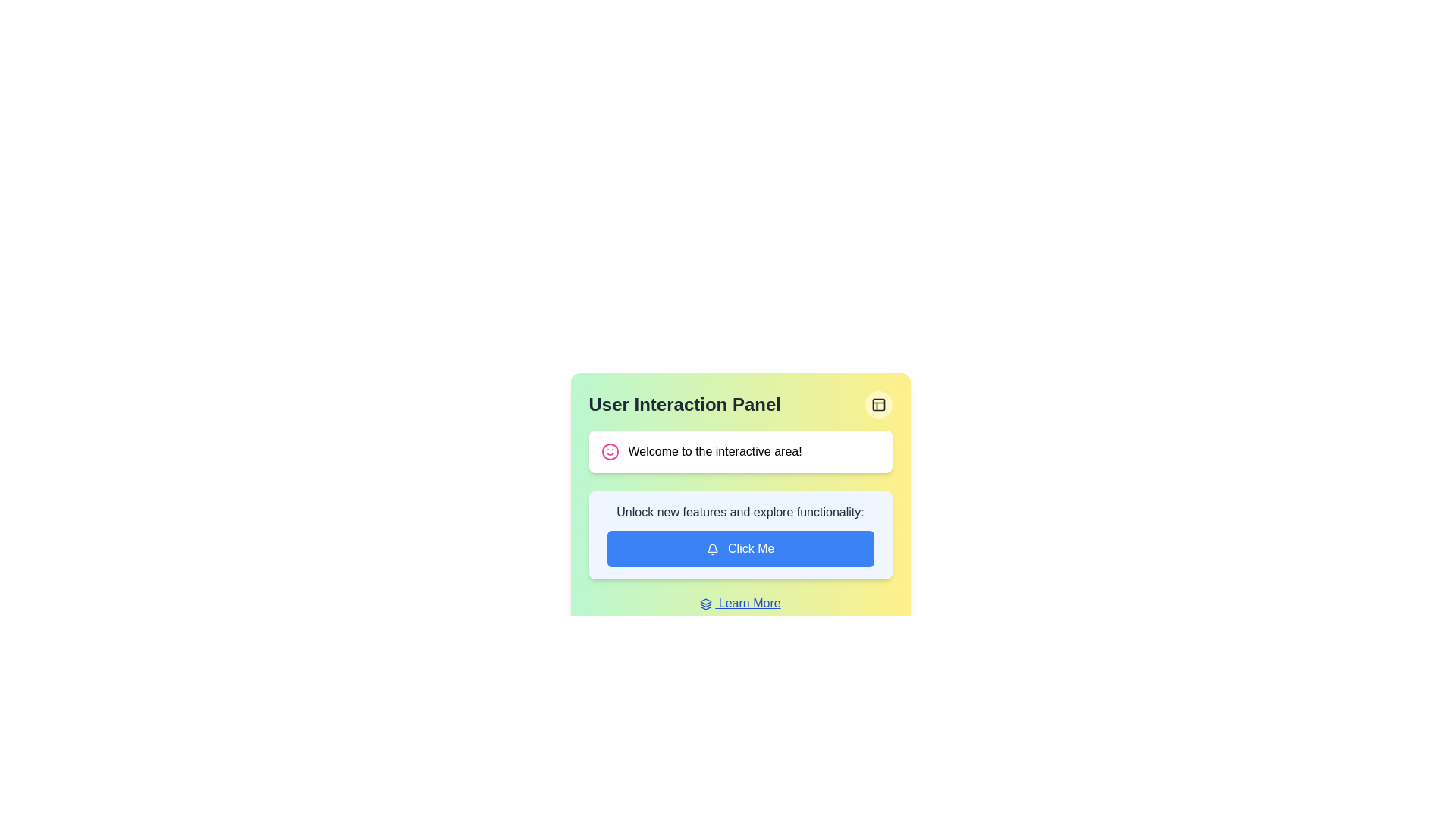  Describe the element at coordinates (705, 603) in the screenshot. I see `the blue SVG icon representing stacked layers, located to the left of the 'Learn More' text link at the bottom right corner of the card-like UI panel` at that location.